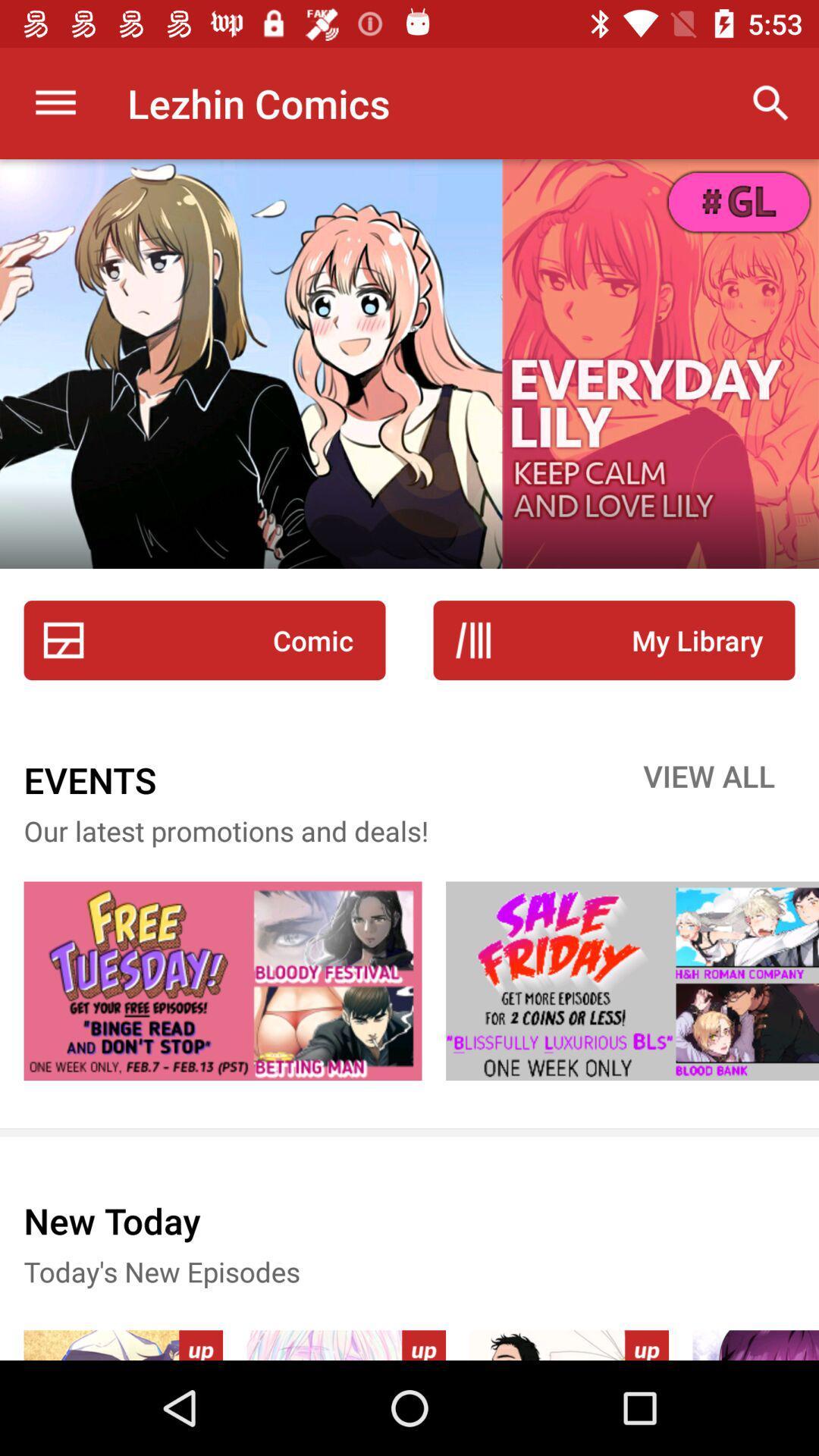  I want to click on the view all item, so click(709, 780).